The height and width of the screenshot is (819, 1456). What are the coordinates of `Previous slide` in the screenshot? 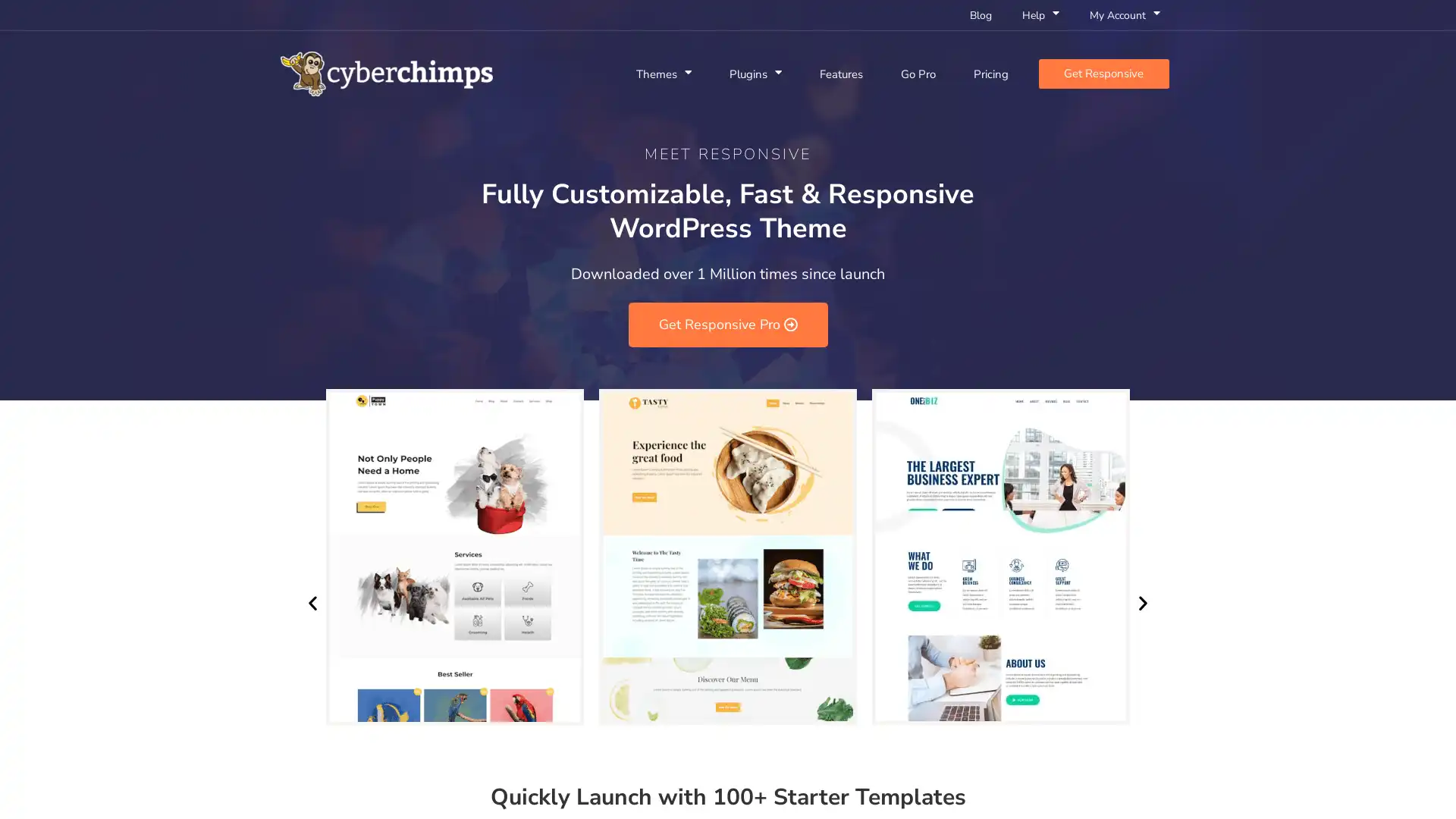 It's located at (312, 601).